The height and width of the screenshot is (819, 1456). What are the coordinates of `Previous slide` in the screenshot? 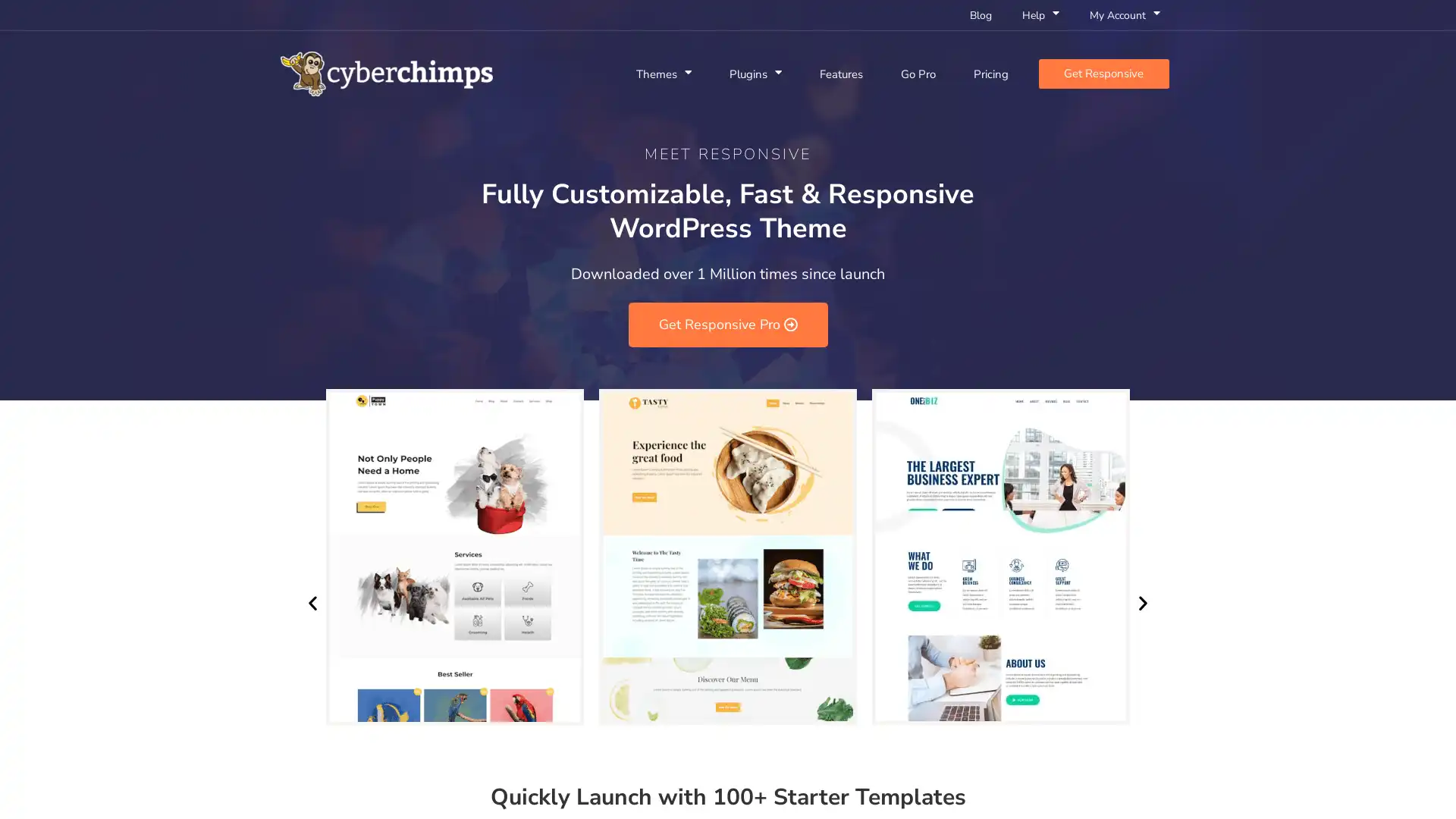 It's located at (312, 601).